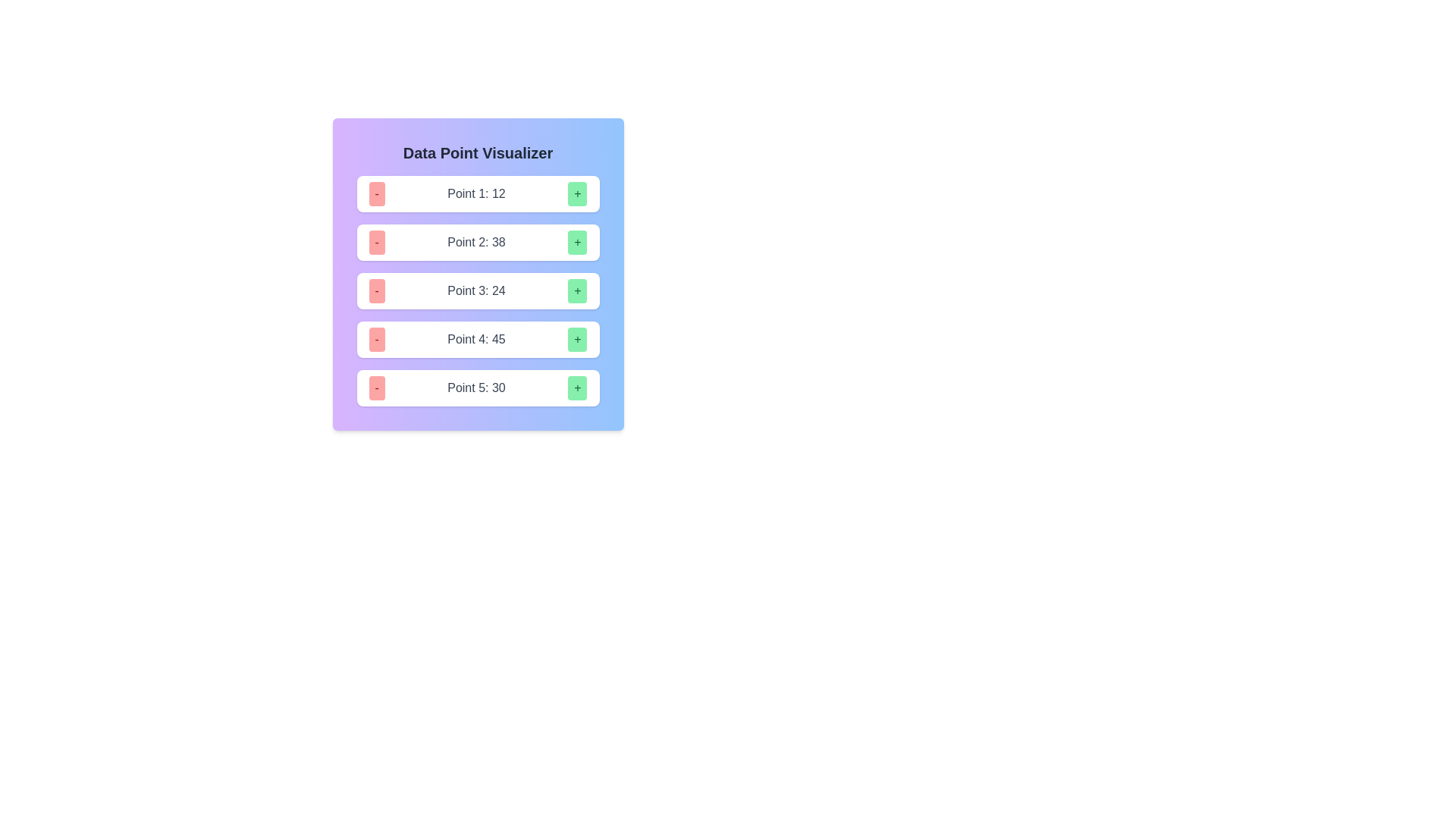  Describe the element at coordinates (377, 338) in the screenshot. I see `the decrement button for 'Point 4: 45'` at that location.